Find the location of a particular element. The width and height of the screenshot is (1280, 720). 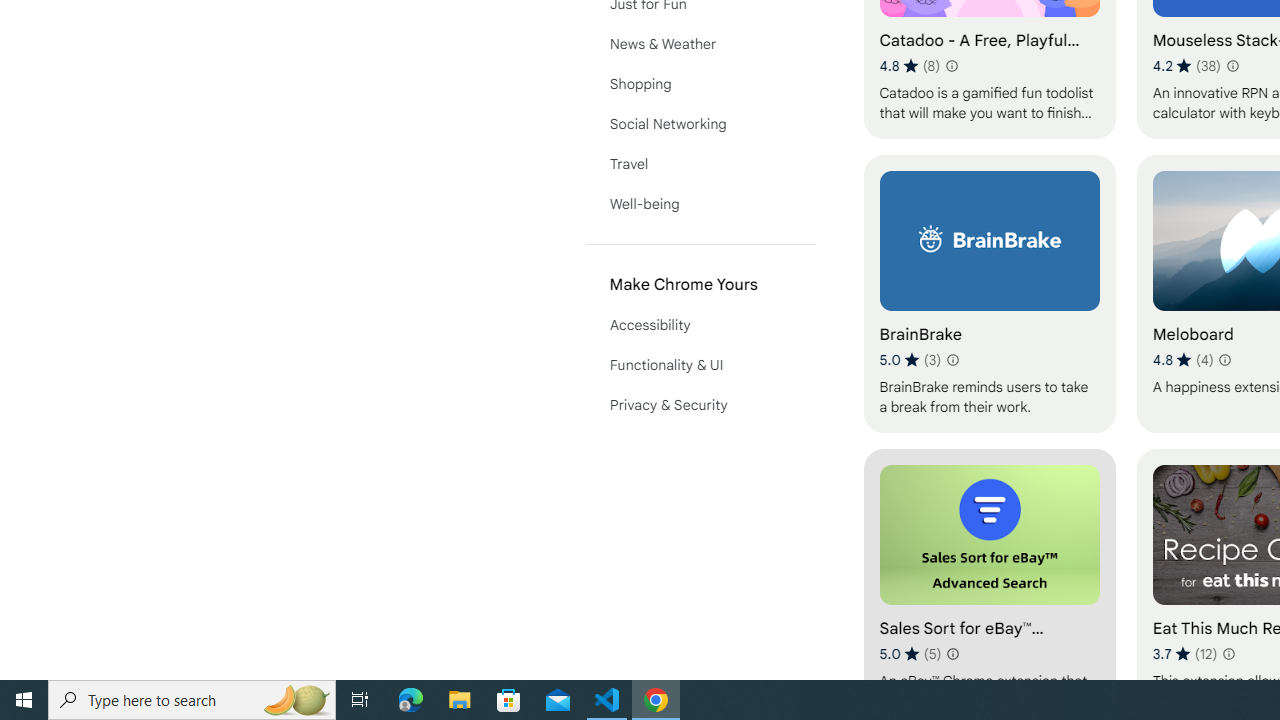

'Average rating 3.7 out of 5 stars. 12 ratings.' is located at coordinates (1185, 653).